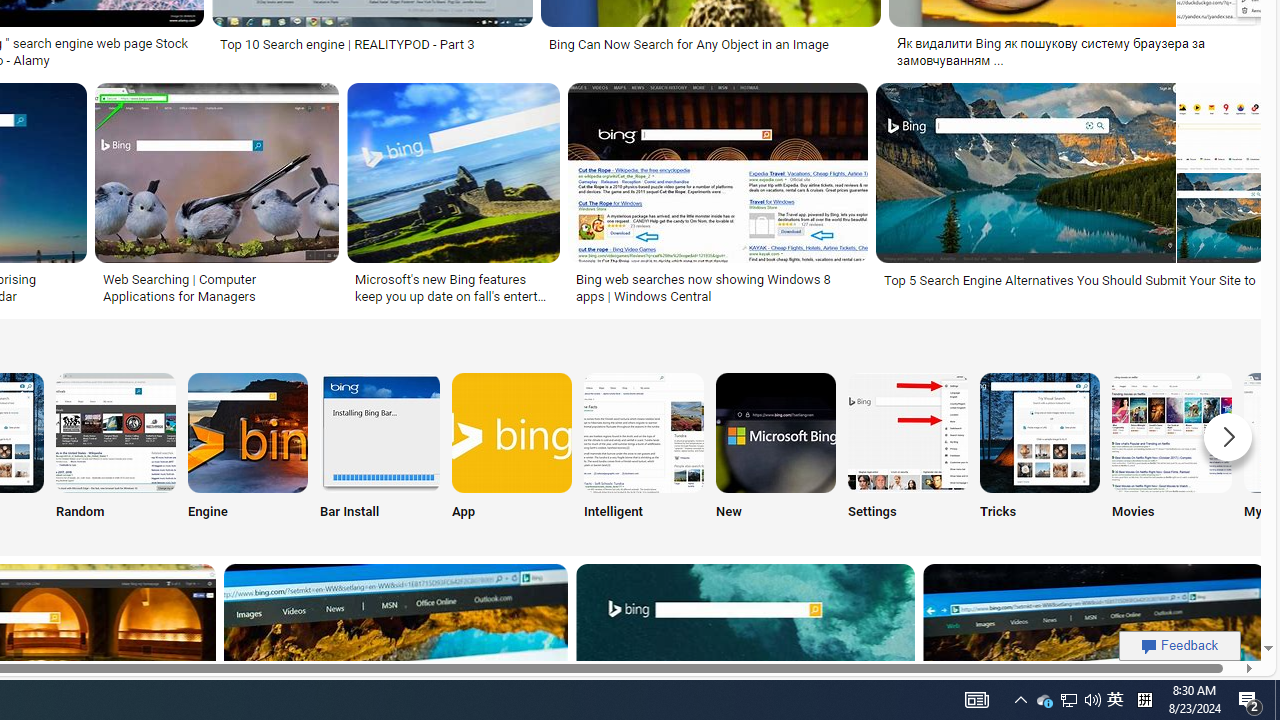 This screenshot has height=720, width=1280. What do you see at coordinates (247, 431) in the screenshot?
I see `'Bing the Search Engine'` at bounding box center [247, 431].